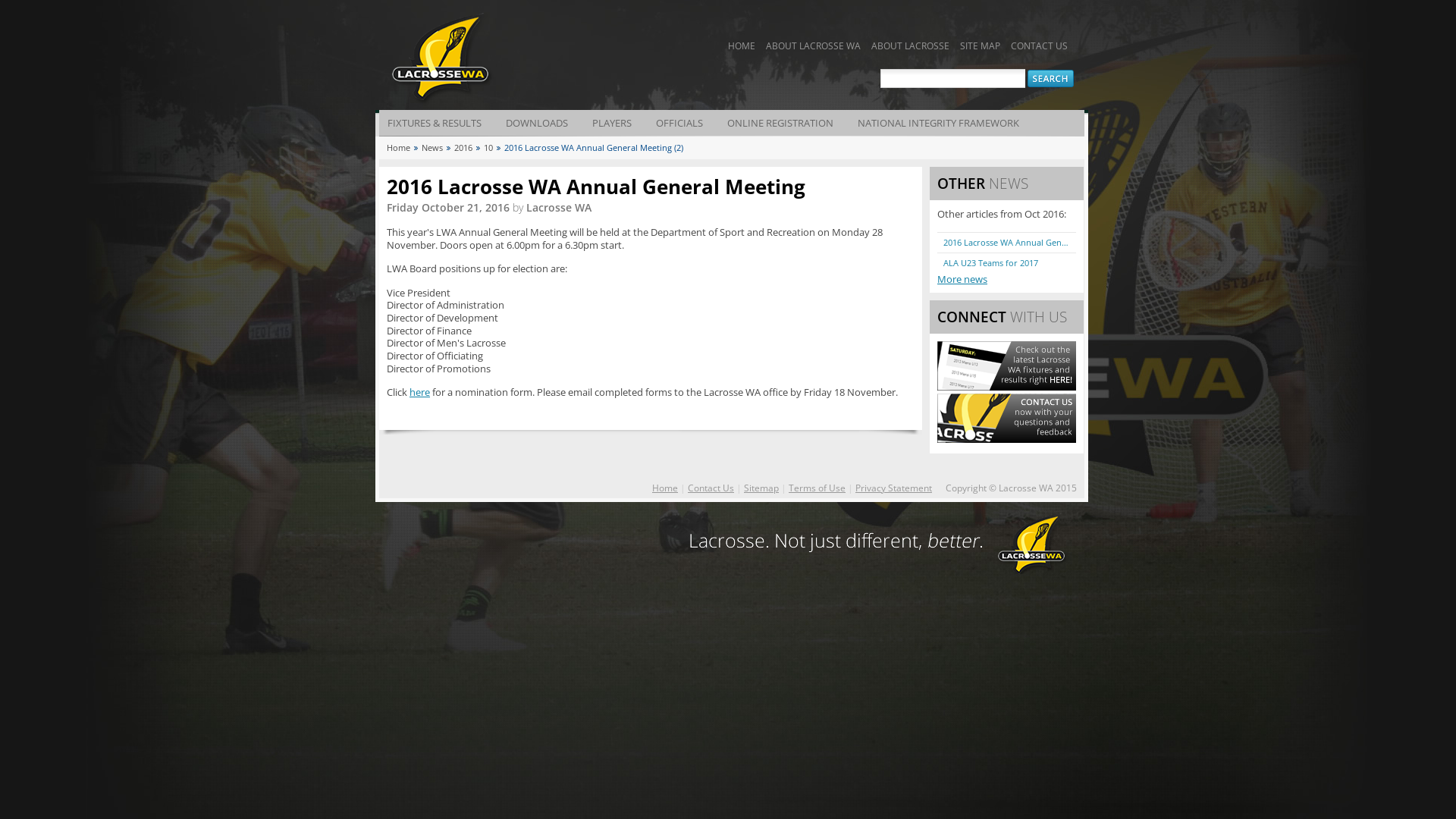 The width and height of the screenshot is (1456, 819). I want to click on '2016', so click(462, 147).